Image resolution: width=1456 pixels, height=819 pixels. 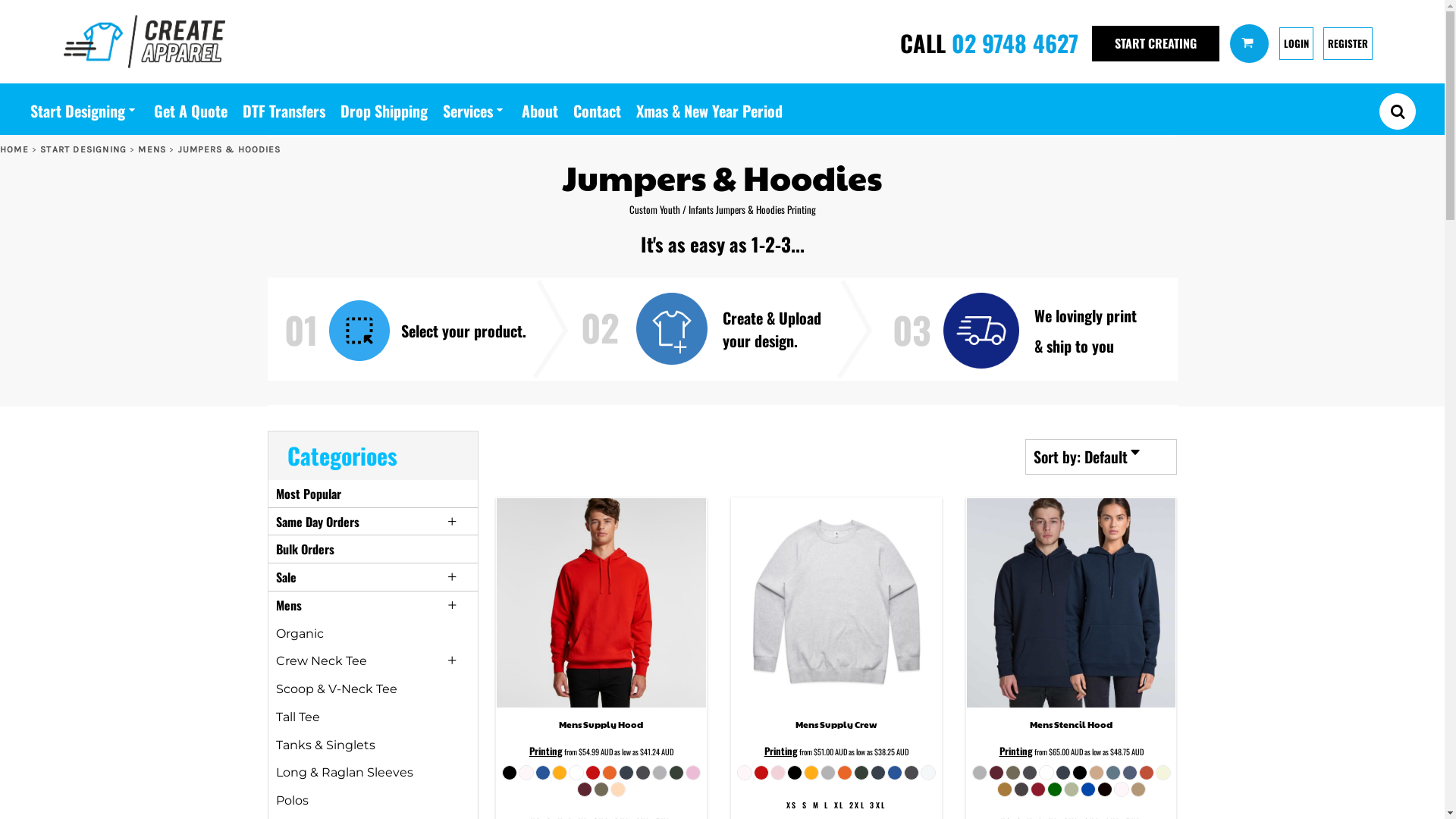 What do you see at coordinates (1348, 42) in the screenshot?
I see `'REGISTER'` at bounding box center [1348, 42].